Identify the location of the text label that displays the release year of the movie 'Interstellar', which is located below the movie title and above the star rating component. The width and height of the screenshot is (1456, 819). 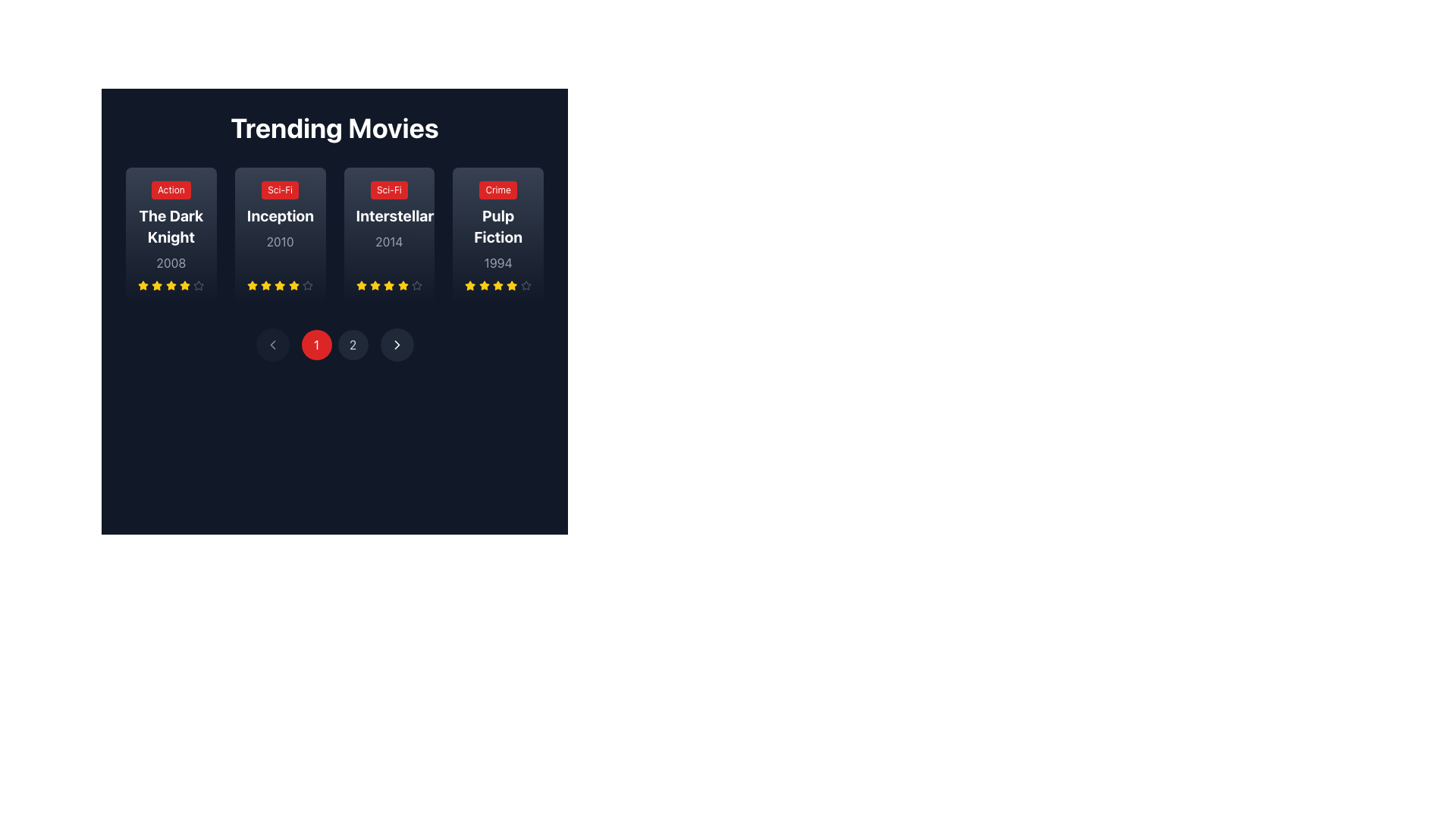
(389, 241).